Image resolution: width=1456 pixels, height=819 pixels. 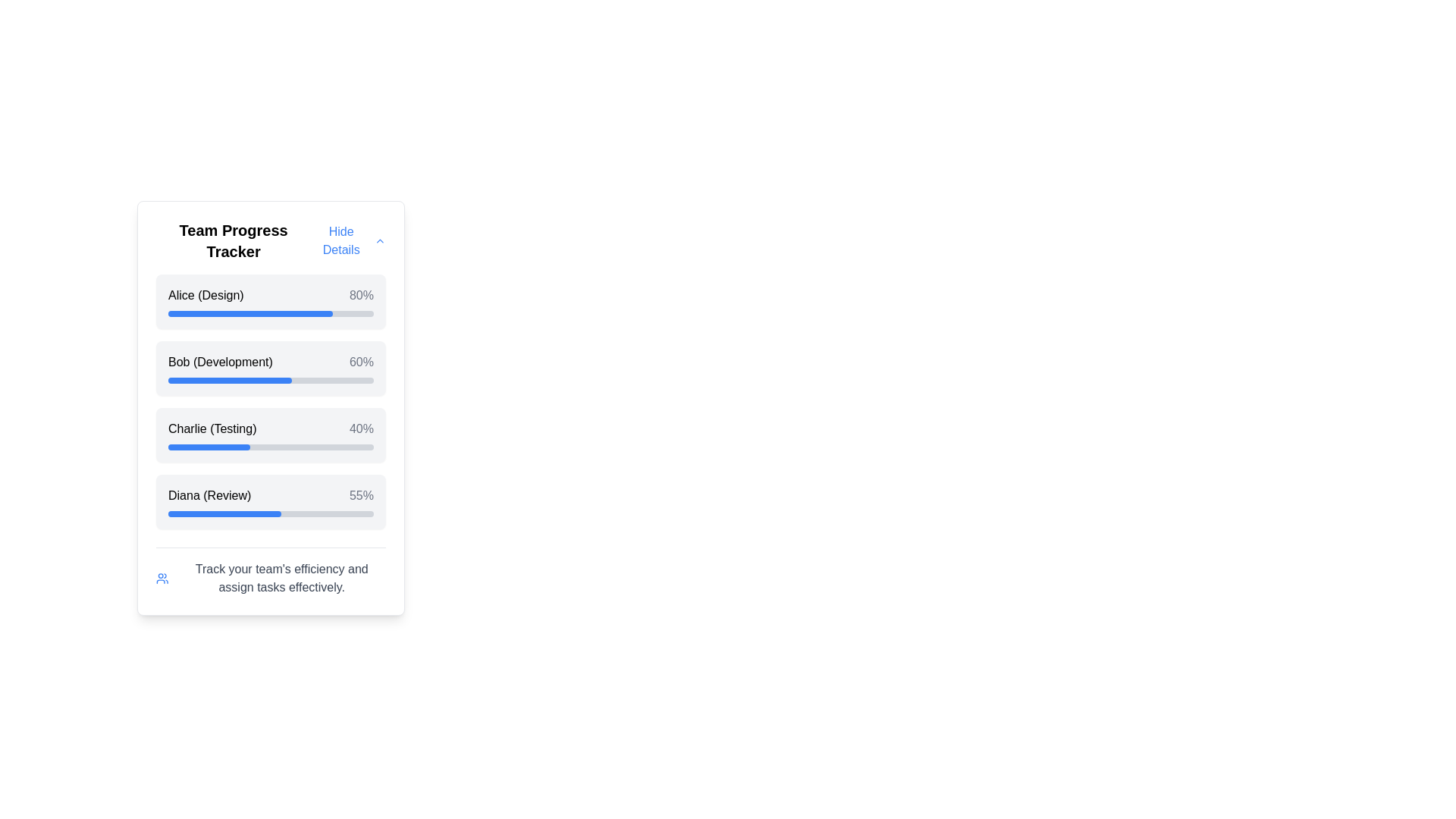 What do you see at coordinates (209, 447) in the screenshot?
I see `the progress bar indicating the task completion level for 'Charlie (Testing)', which is the third segment in the list of progress bars` at bounding box center [209, 447].